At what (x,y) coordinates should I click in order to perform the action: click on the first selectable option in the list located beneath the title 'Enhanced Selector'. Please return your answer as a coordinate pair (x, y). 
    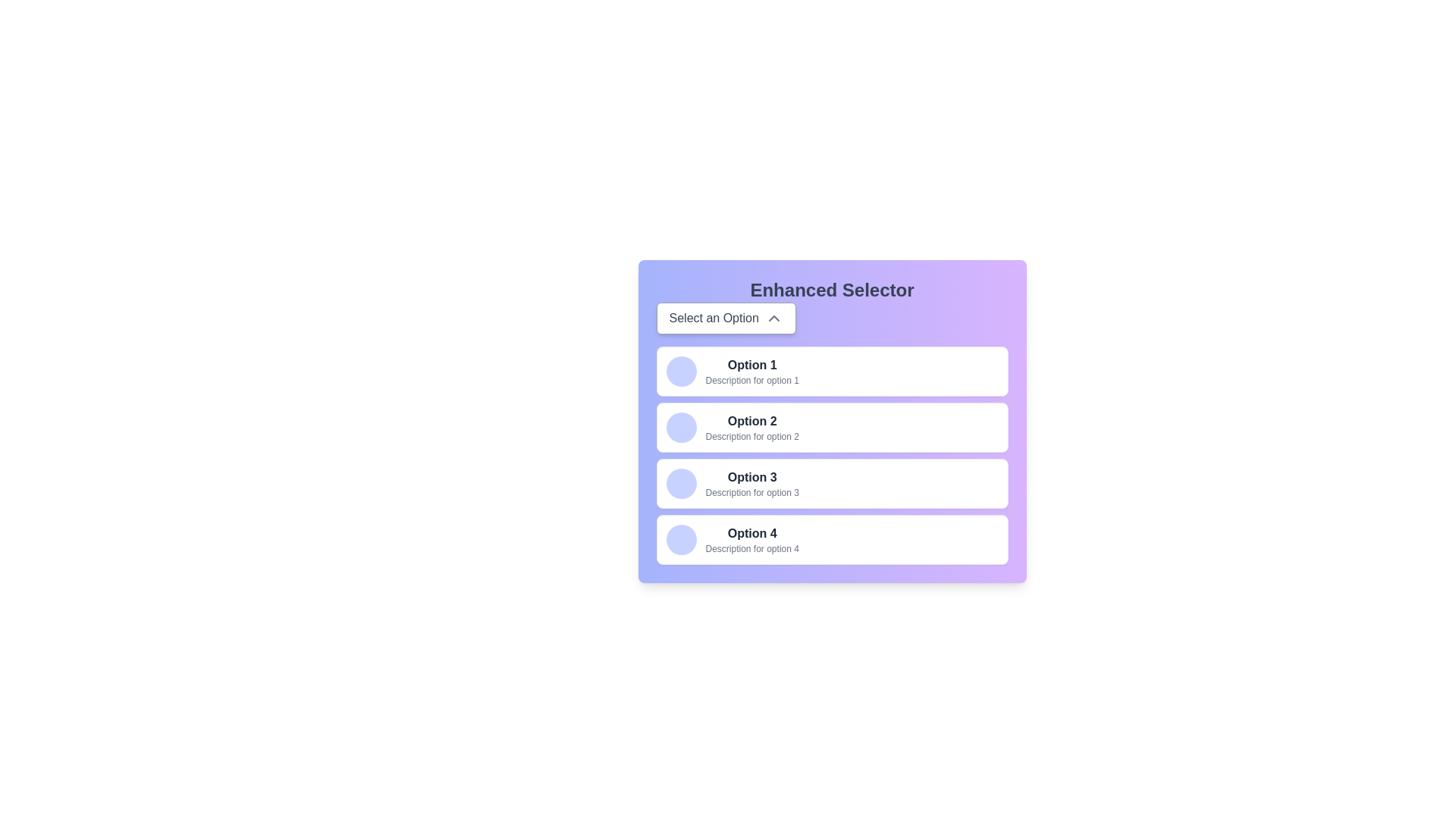
    Looking at the image, I should click on (831, 371).